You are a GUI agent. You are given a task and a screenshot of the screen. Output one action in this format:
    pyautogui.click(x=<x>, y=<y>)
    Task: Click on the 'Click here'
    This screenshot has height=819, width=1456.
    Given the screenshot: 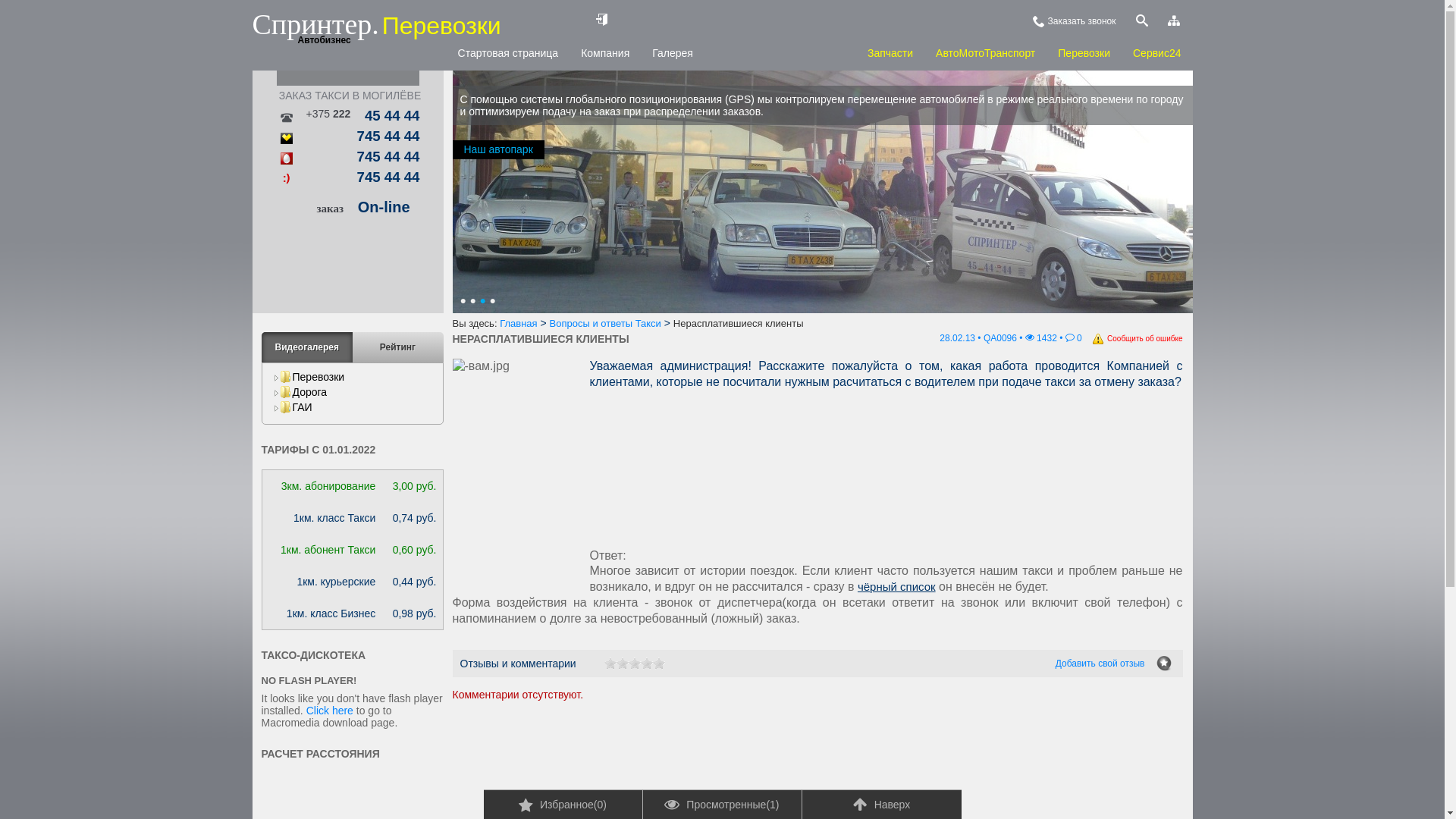 What is the action you would take?
    pyautogui.click(x=329, y=711)
    